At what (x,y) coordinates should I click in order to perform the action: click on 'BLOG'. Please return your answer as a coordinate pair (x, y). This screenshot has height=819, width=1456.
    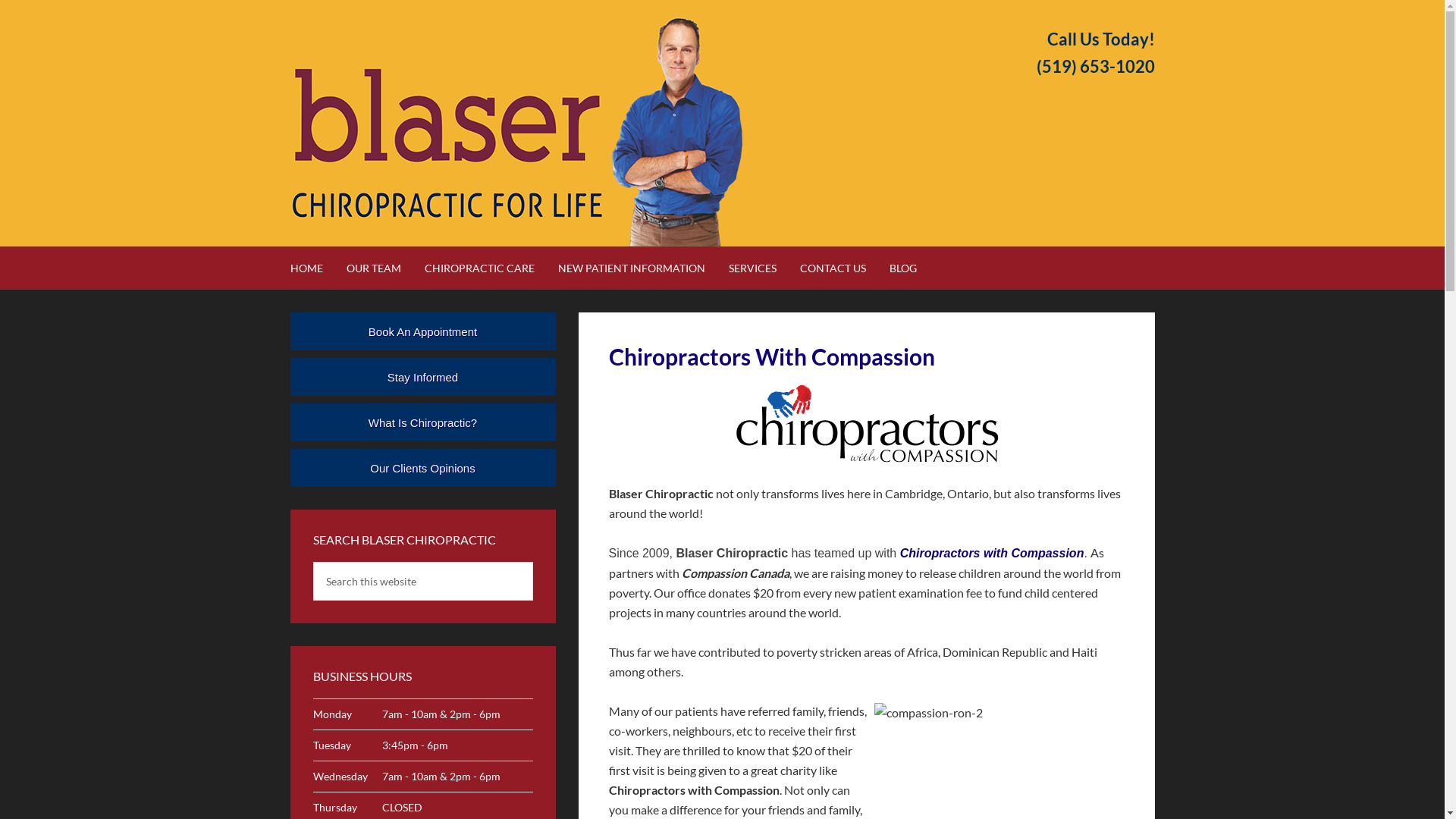
    Looking at the image, I should click on (912, 267).